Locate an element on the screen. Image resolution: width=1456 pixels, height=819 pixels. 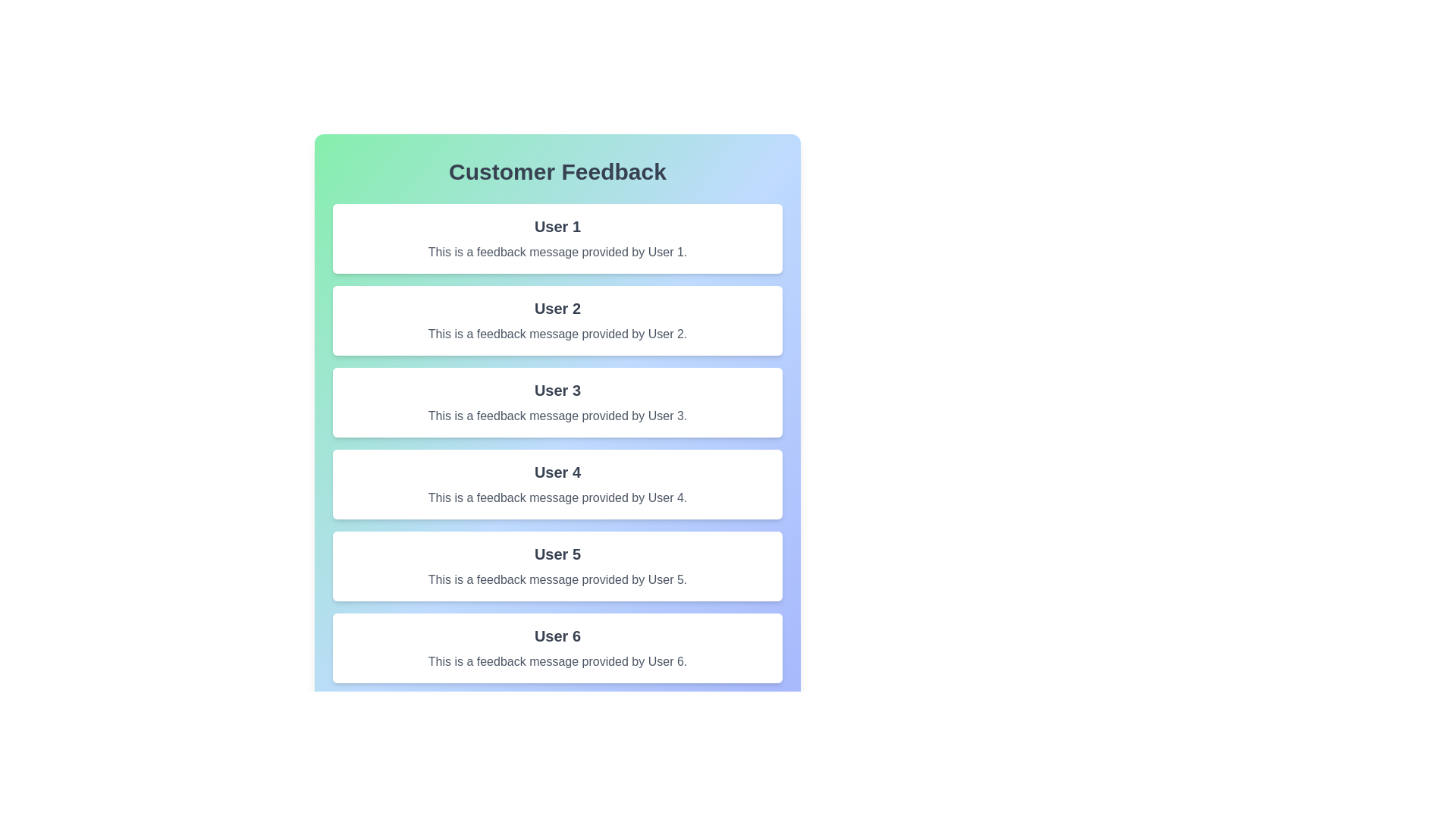
the header text 'User 3' in the feedback card, which is the third card in a vertical list of similar cards is located at coordinates (557, 390).